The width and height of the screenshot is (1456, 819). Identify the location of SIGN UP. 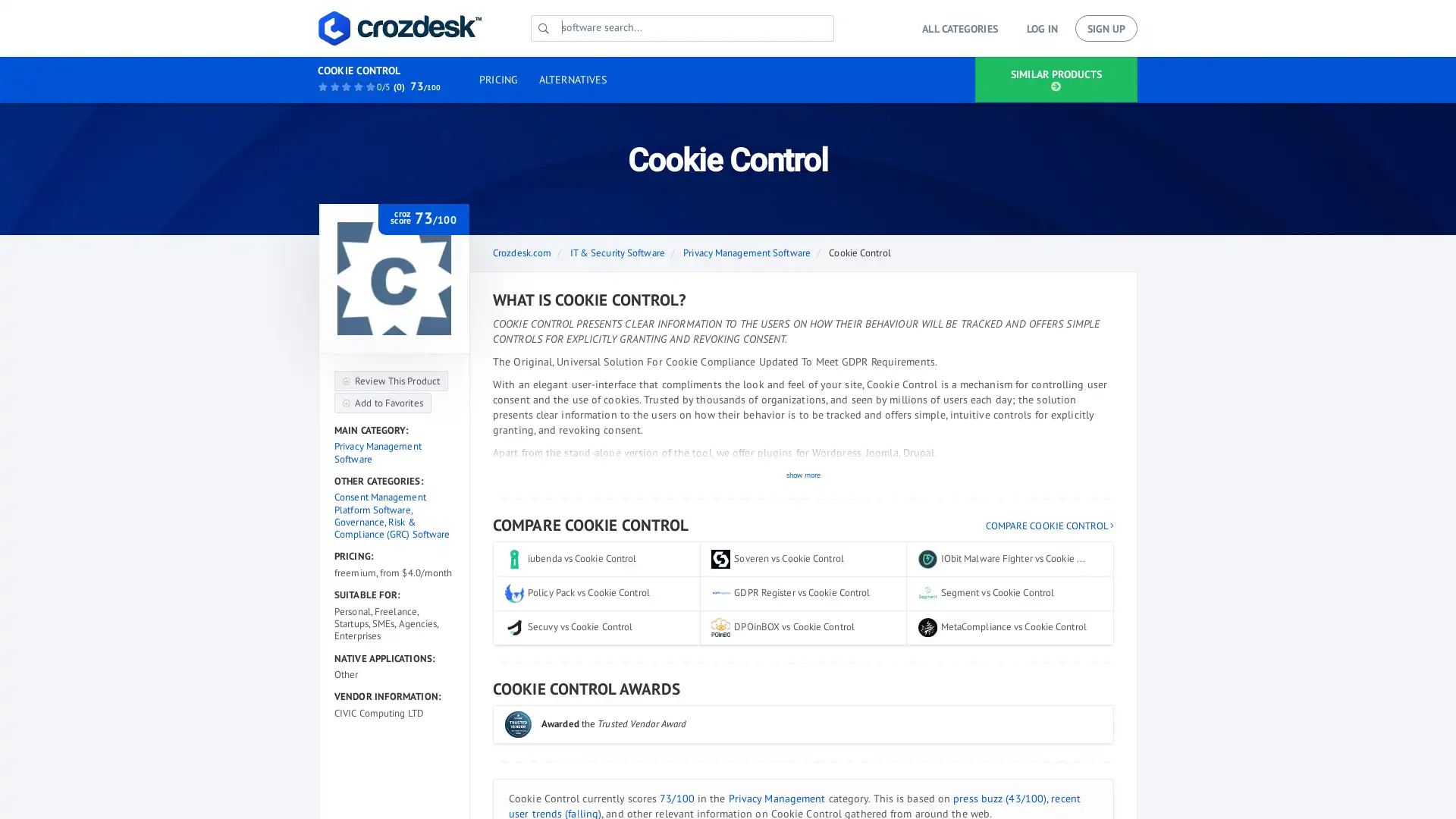
(1106, 28).